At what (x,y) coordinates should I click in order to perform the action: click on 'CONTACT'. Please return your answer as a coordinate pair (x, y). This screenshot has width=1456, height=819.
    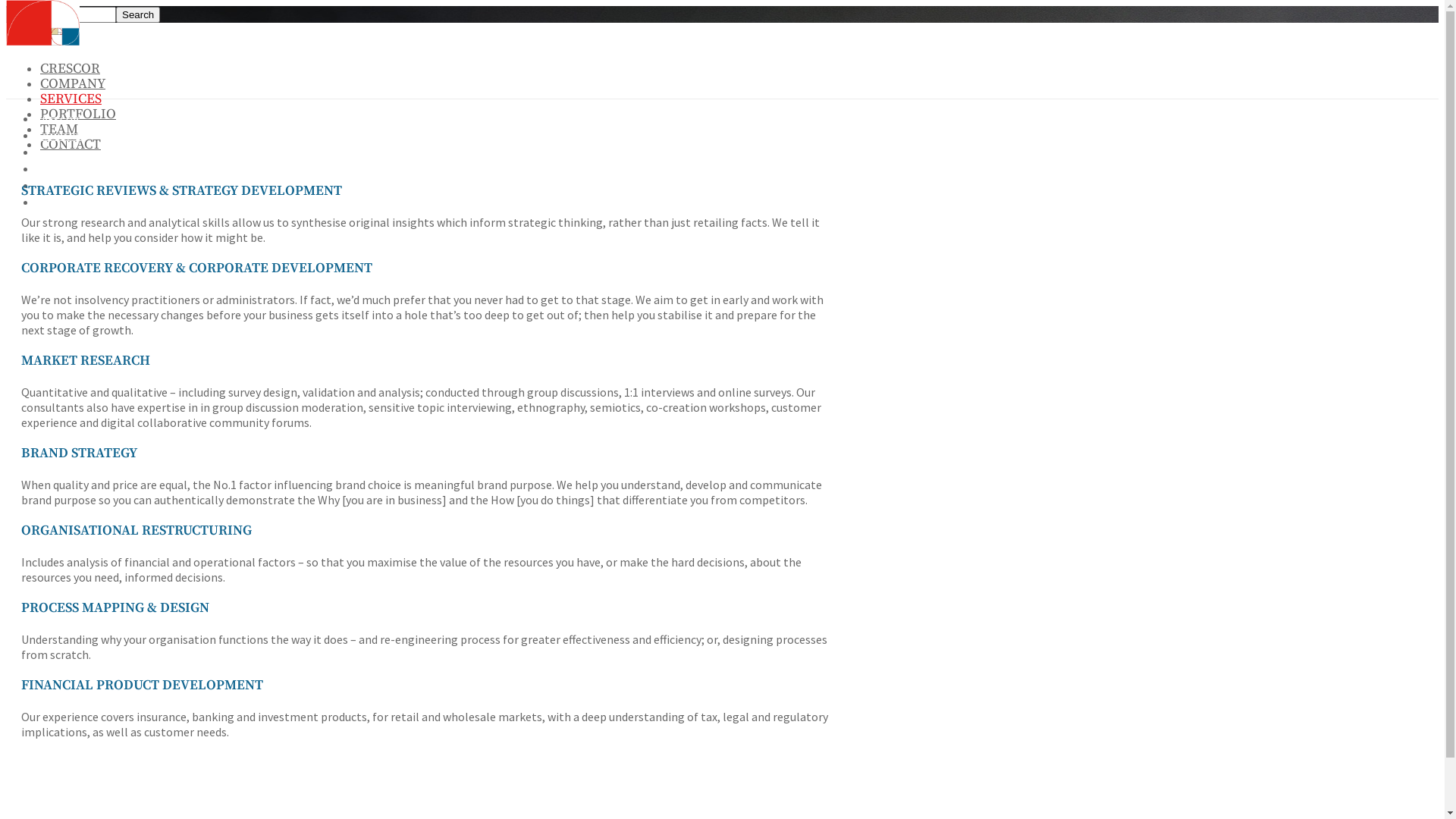
    Looking at the image, I should click on (69, 144).